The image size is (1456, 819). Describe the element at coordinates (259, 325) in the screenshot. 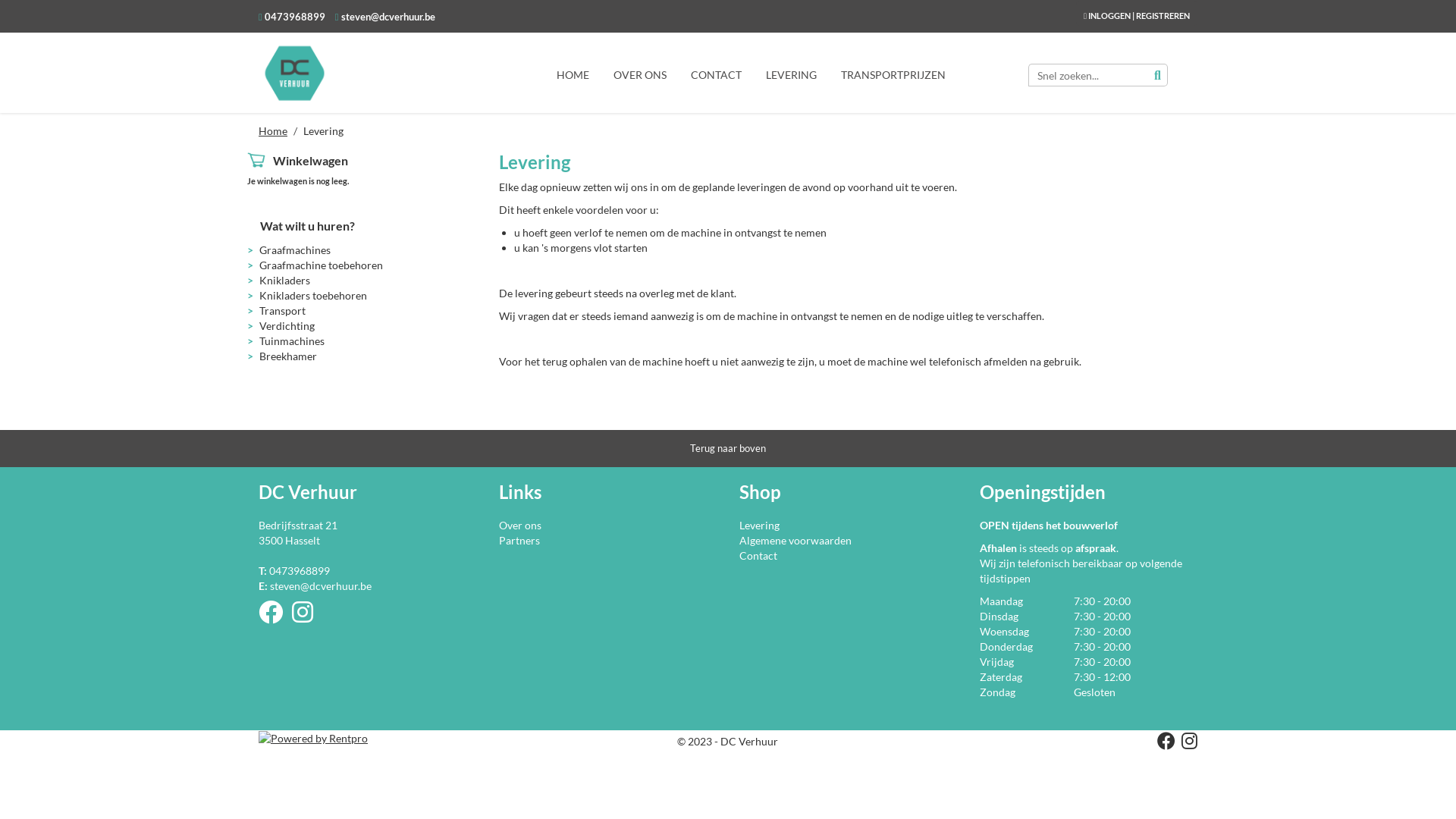

I see `'Verdichting'` at that location.